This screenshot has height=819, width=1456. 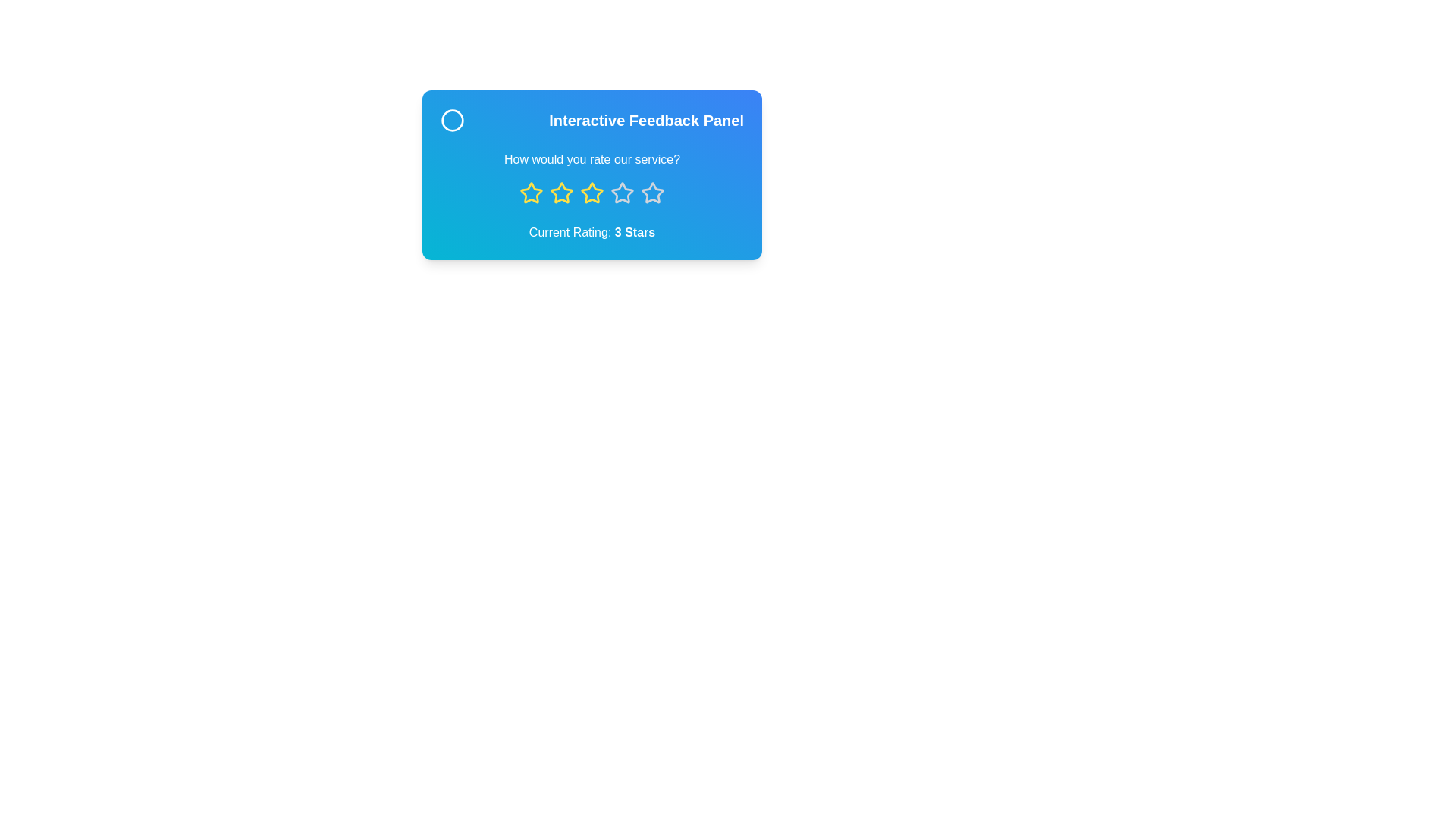 What do you see at coordinates (635, 232) in the screenshot?
I see `the static text displaying '3 Stars' in bold white font against a gradient blue background, which conveys the current rating status and is positioned below the star icons` at bounding box center [635, 232].